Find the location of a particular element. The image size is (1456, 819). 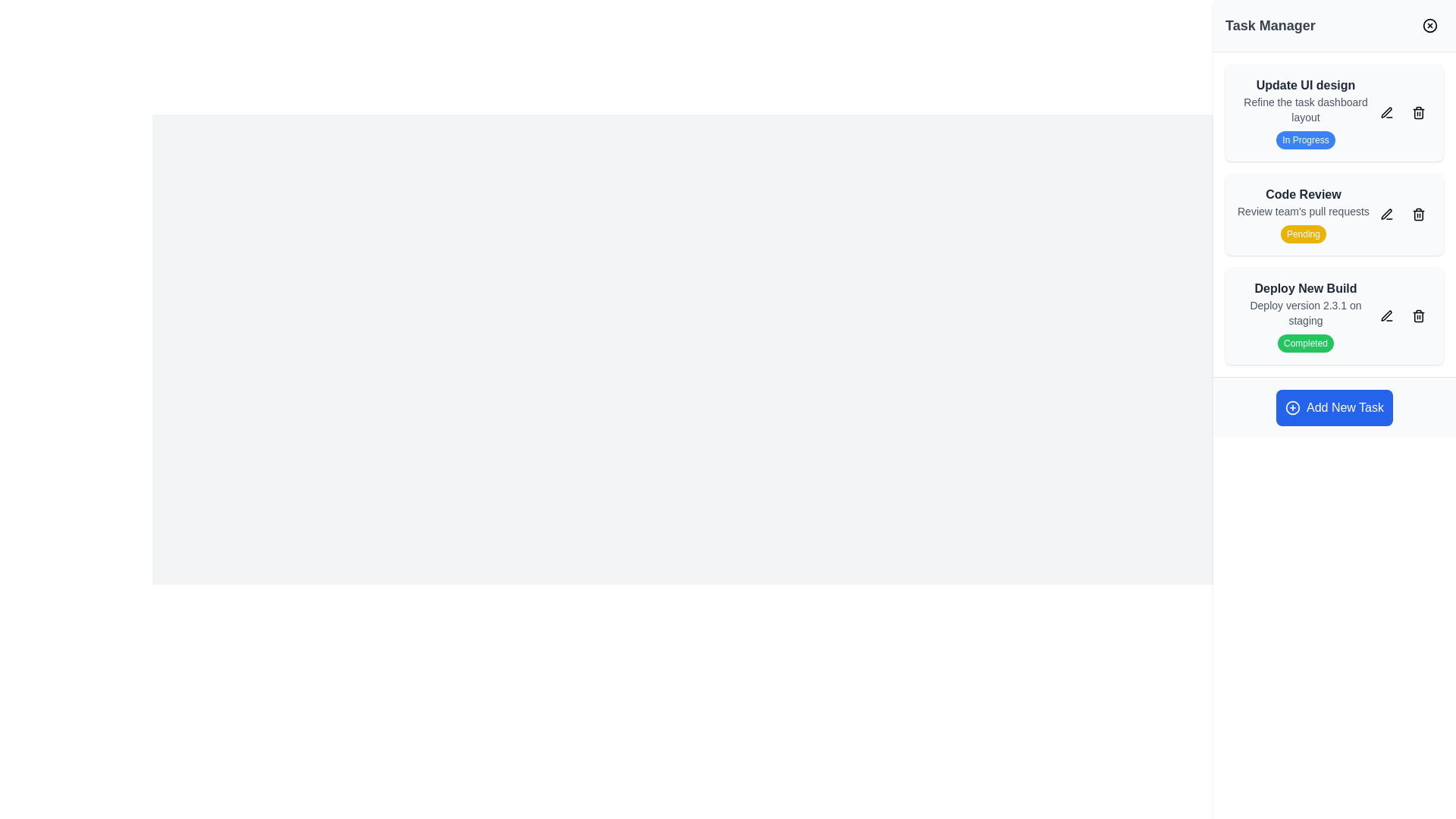

the decorative outer circle of the close button icon located in the top-right corner of the Task Manager panel is located at coordinates (1429, 26).